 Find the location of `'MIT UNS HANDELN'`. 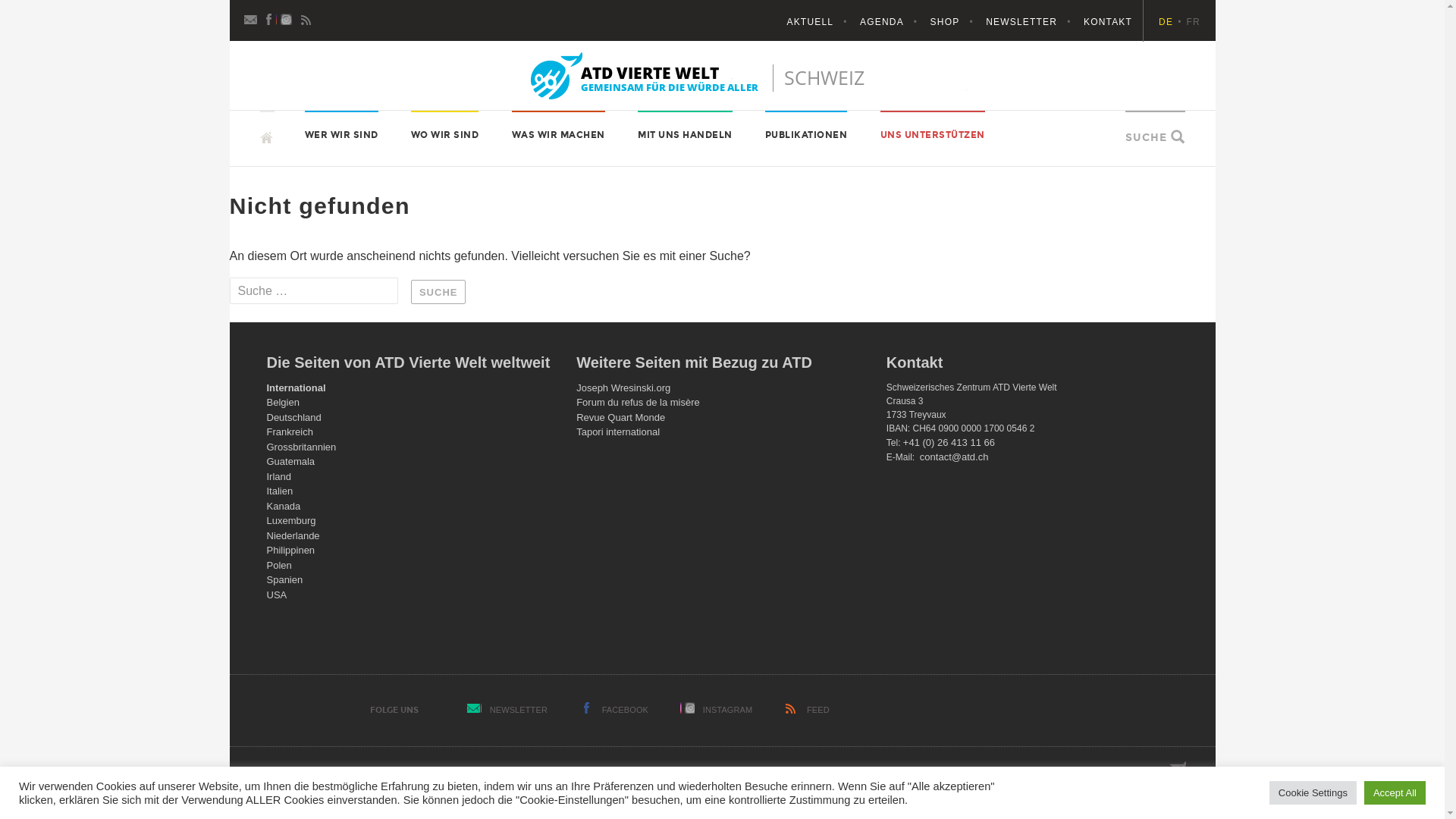

'MIT UNS HANDELN' is located at coordinates (684, 133).